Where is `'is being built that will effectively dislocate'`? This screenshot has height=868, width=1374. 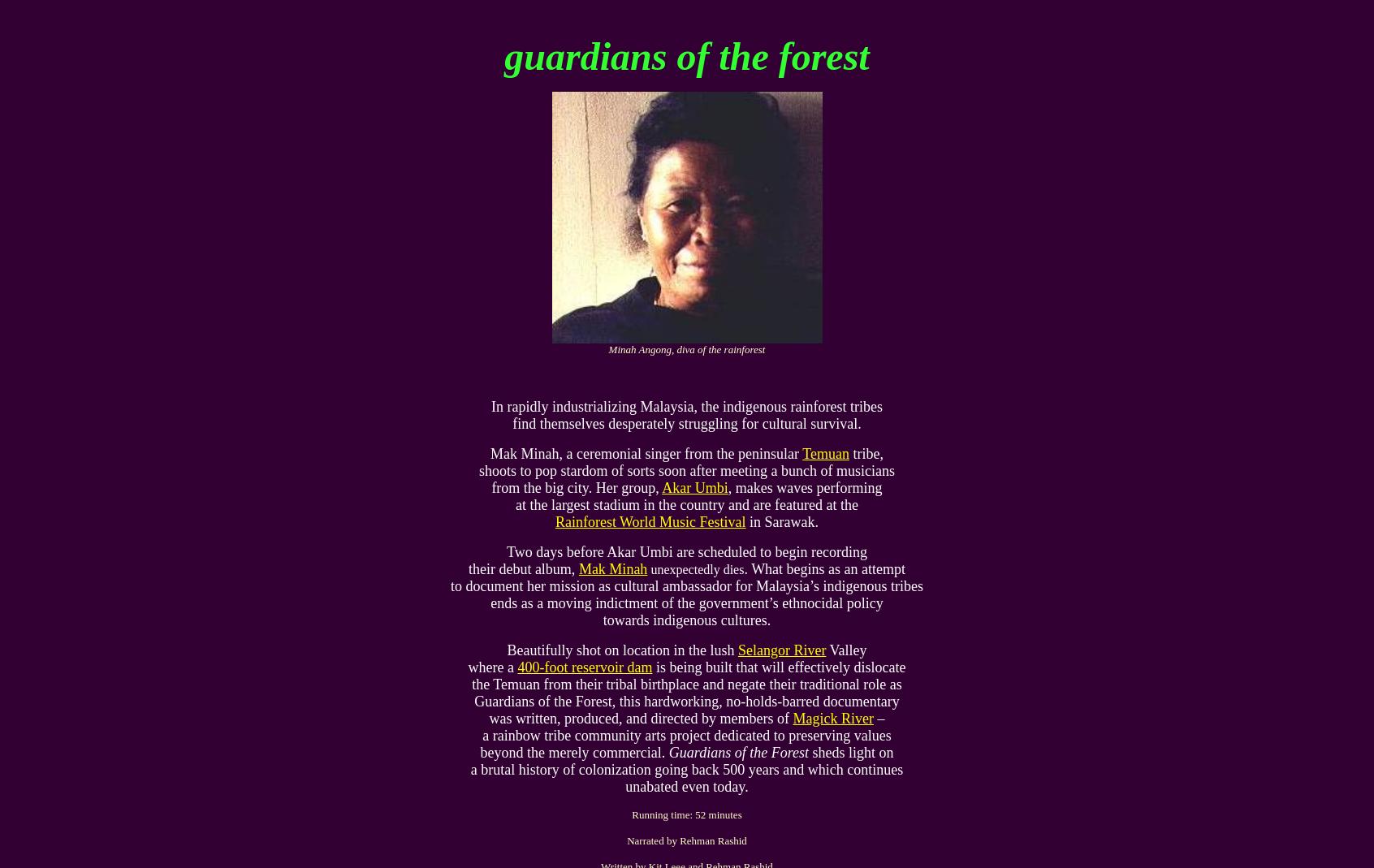
'is being built that will effectively dislocate' is located at coordinates (779, 667).